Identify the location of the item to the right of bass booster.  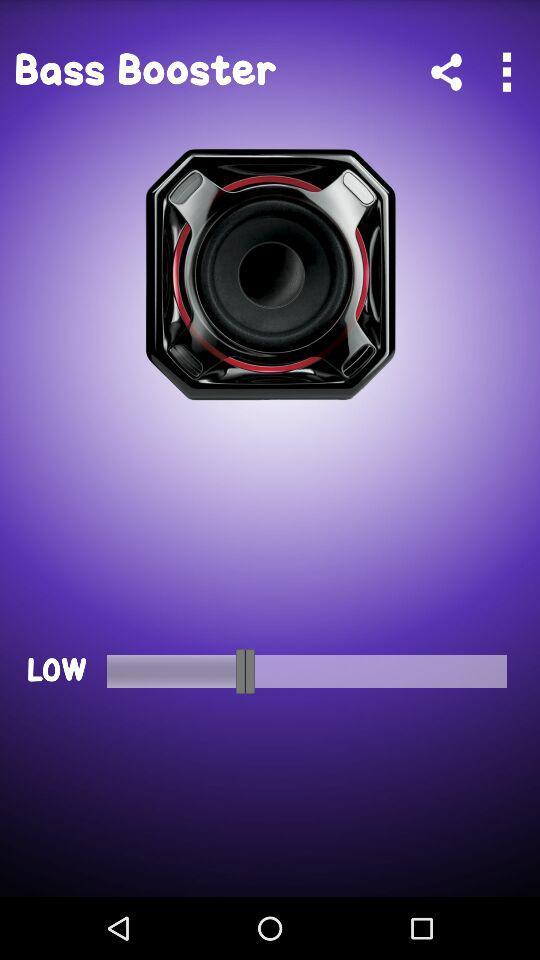
(446, 72).